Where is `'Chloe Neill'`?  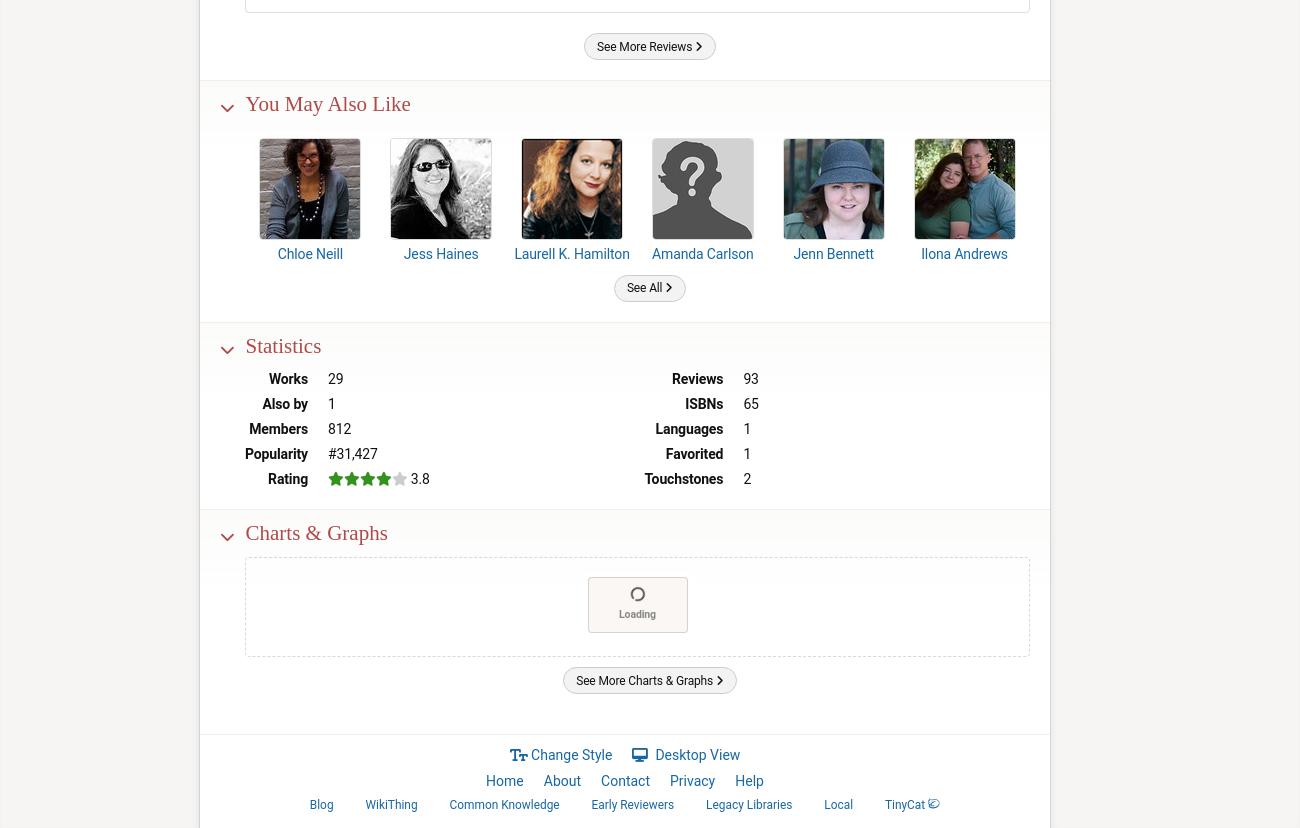 'Chloe Neill' is located at coordinates (310, 252).